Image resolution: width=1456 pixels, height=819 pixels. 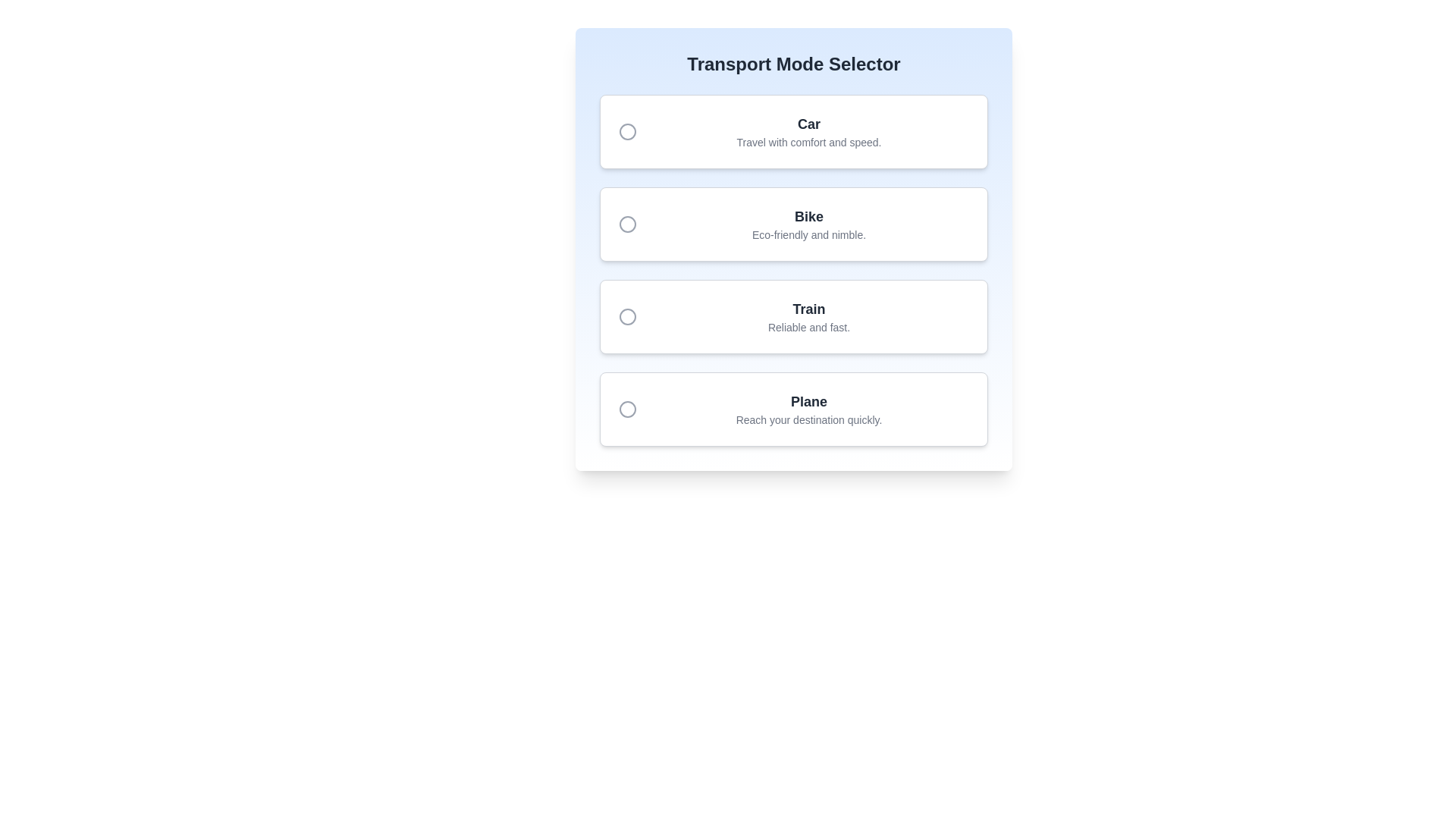 I want to click on the circular outline of the last transport mode option adjacent to the 'Plane' label, so click(x=628, y=409).